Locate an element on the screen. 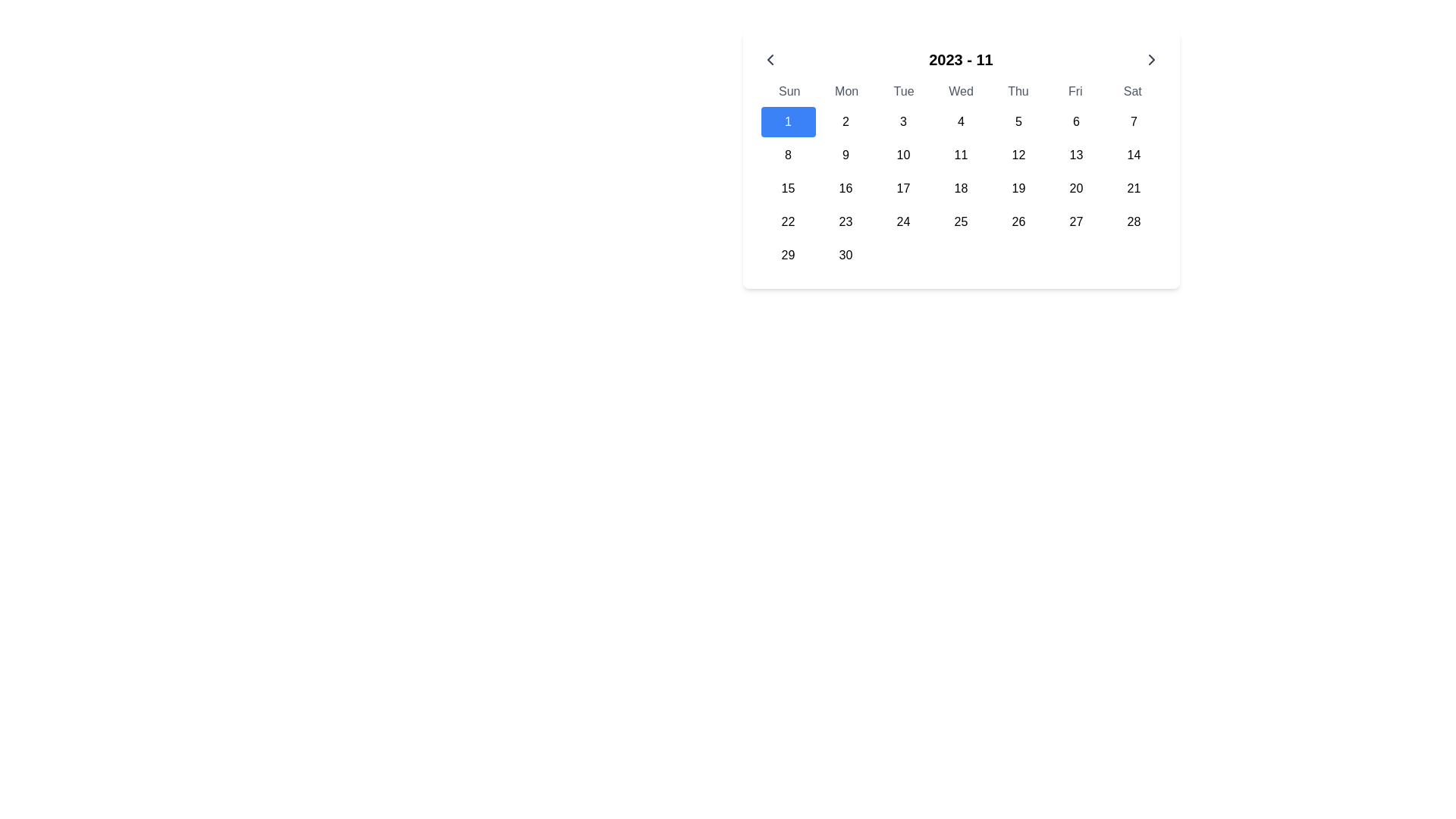 This screenshot has height=819, width=1456. the interactive date selection button for the 25th day of the month in the calendar view is located at coordinates (960, 222).